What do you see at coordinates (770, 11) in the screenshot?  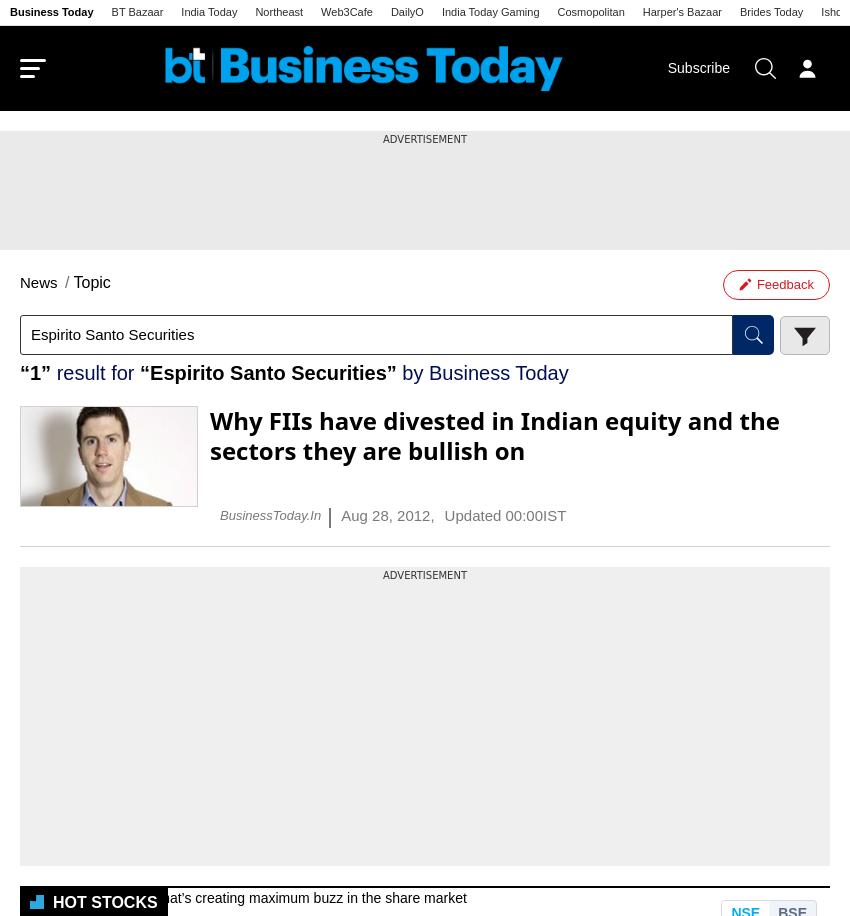 I see `'Brides Today'` at bounding box center [770, 11].